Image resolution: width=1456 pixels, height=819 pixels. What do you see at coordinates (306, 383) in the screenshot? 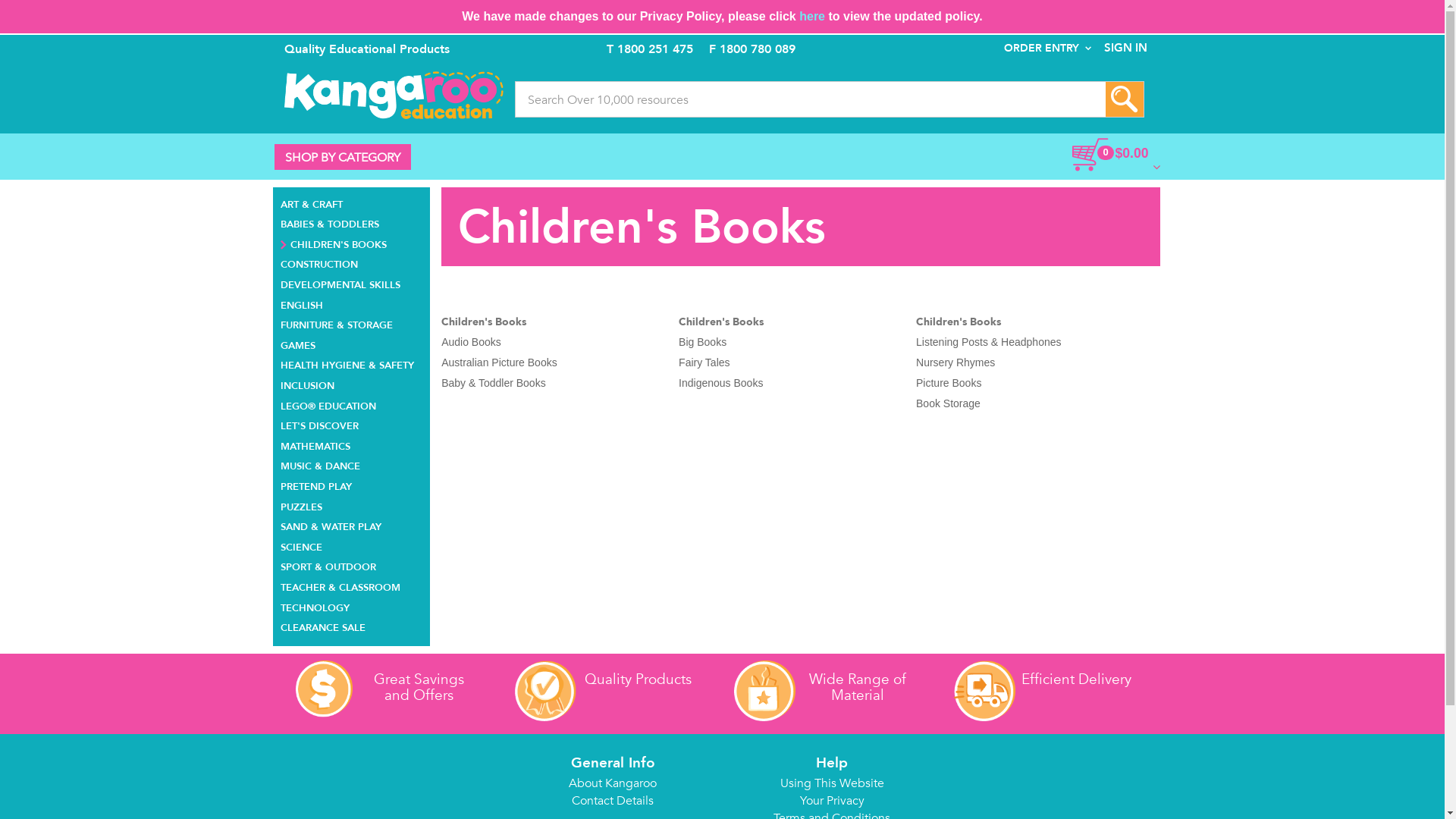
I see `'INCLUSION'` at bounding box center [306, 383].